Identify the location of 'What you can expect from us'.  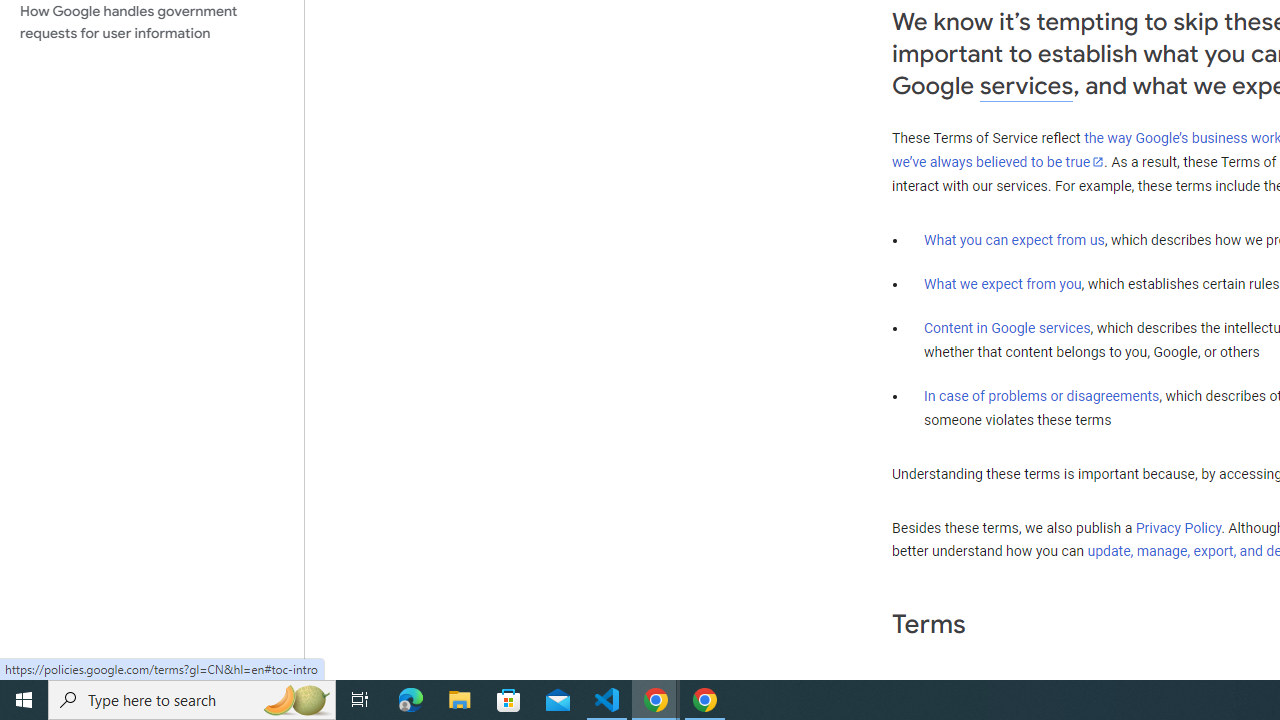
(1014, 239).